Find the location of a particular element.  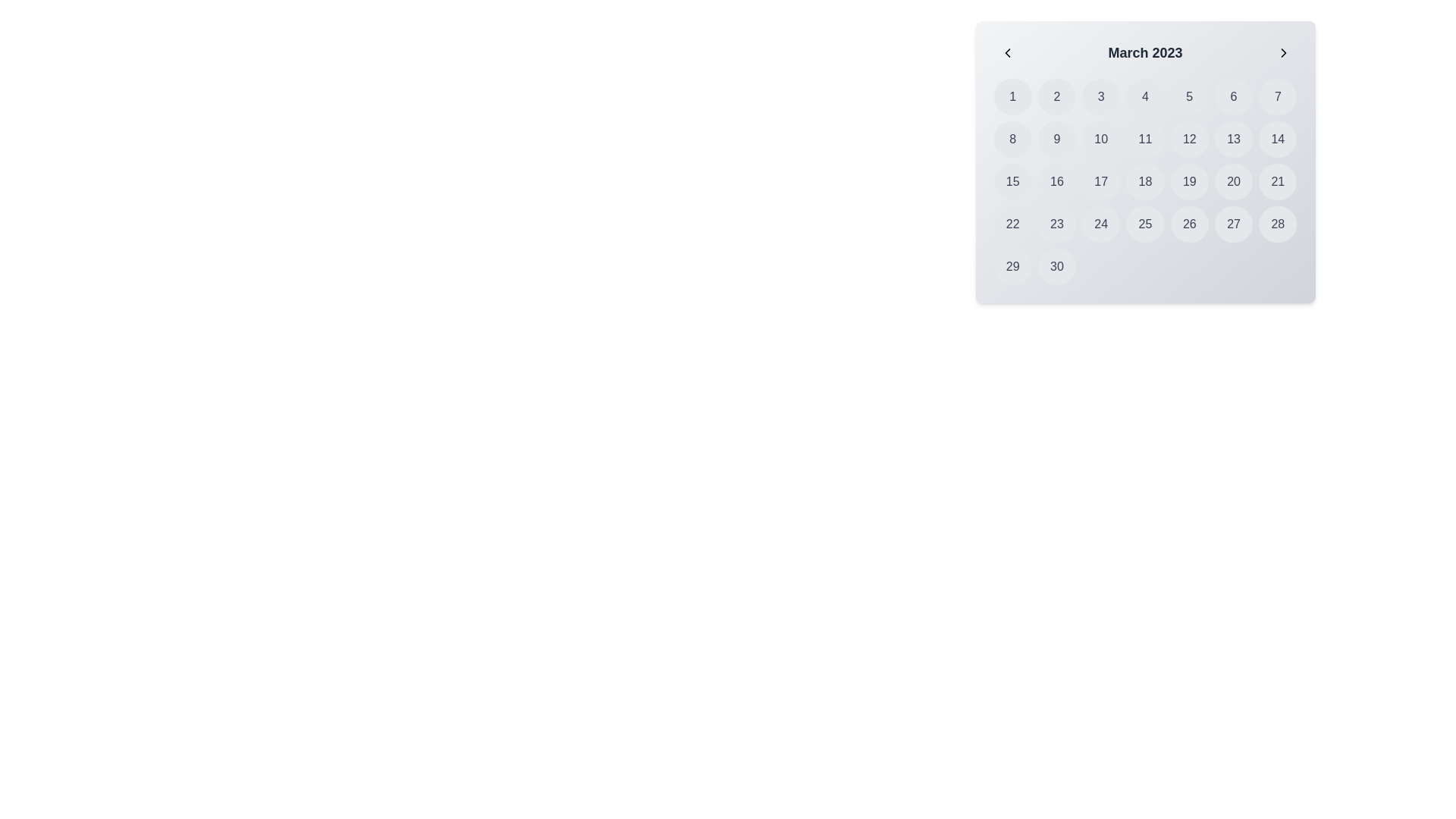

the button representing the 2nd day of March 2023 in the calendar is located at coordinates (1056, 96).